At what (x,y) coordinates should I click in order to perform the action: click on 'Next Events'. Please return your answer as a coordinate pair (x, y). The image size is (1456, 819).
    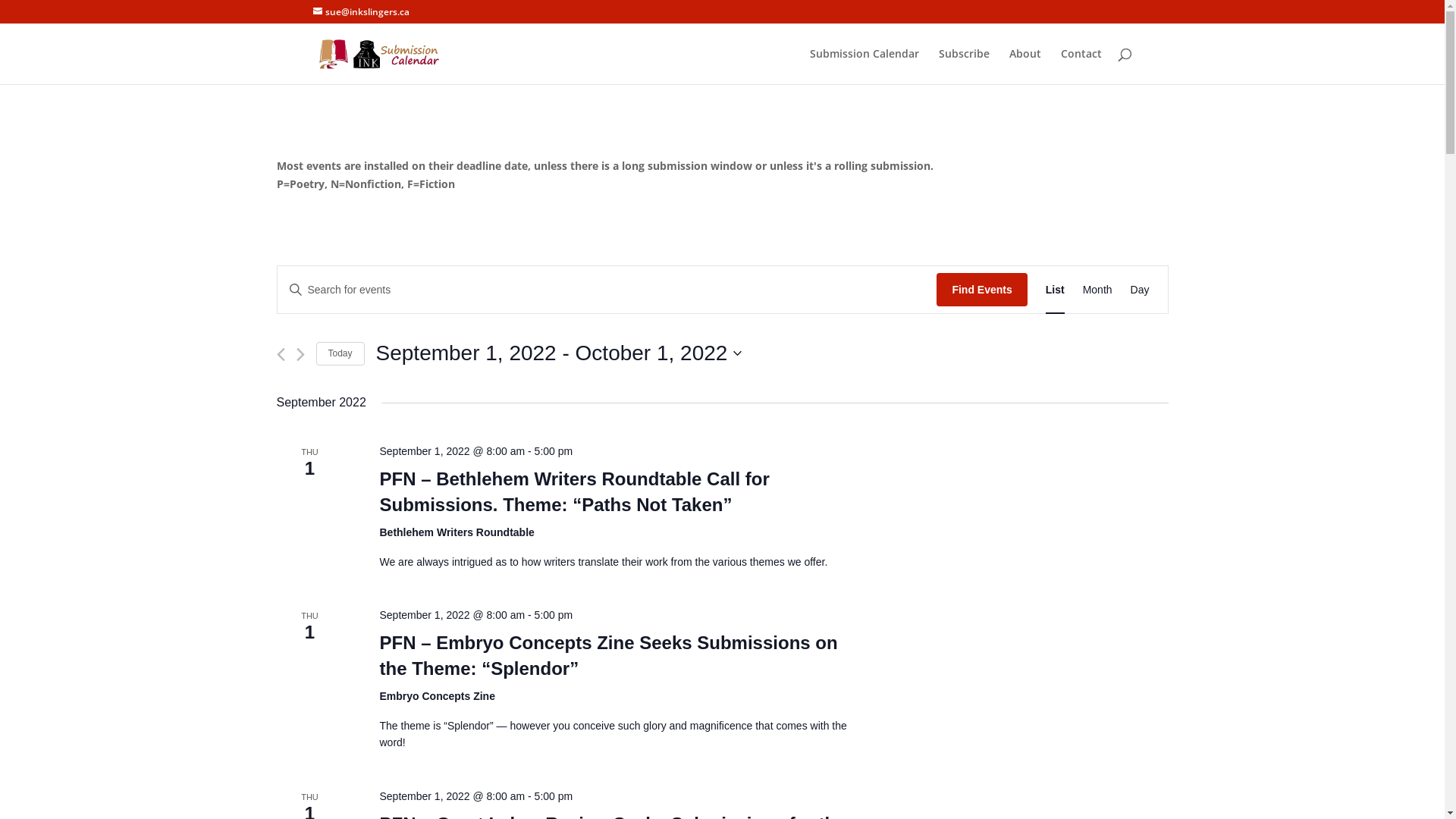
    Looking at the image, I should click on (300, 354).